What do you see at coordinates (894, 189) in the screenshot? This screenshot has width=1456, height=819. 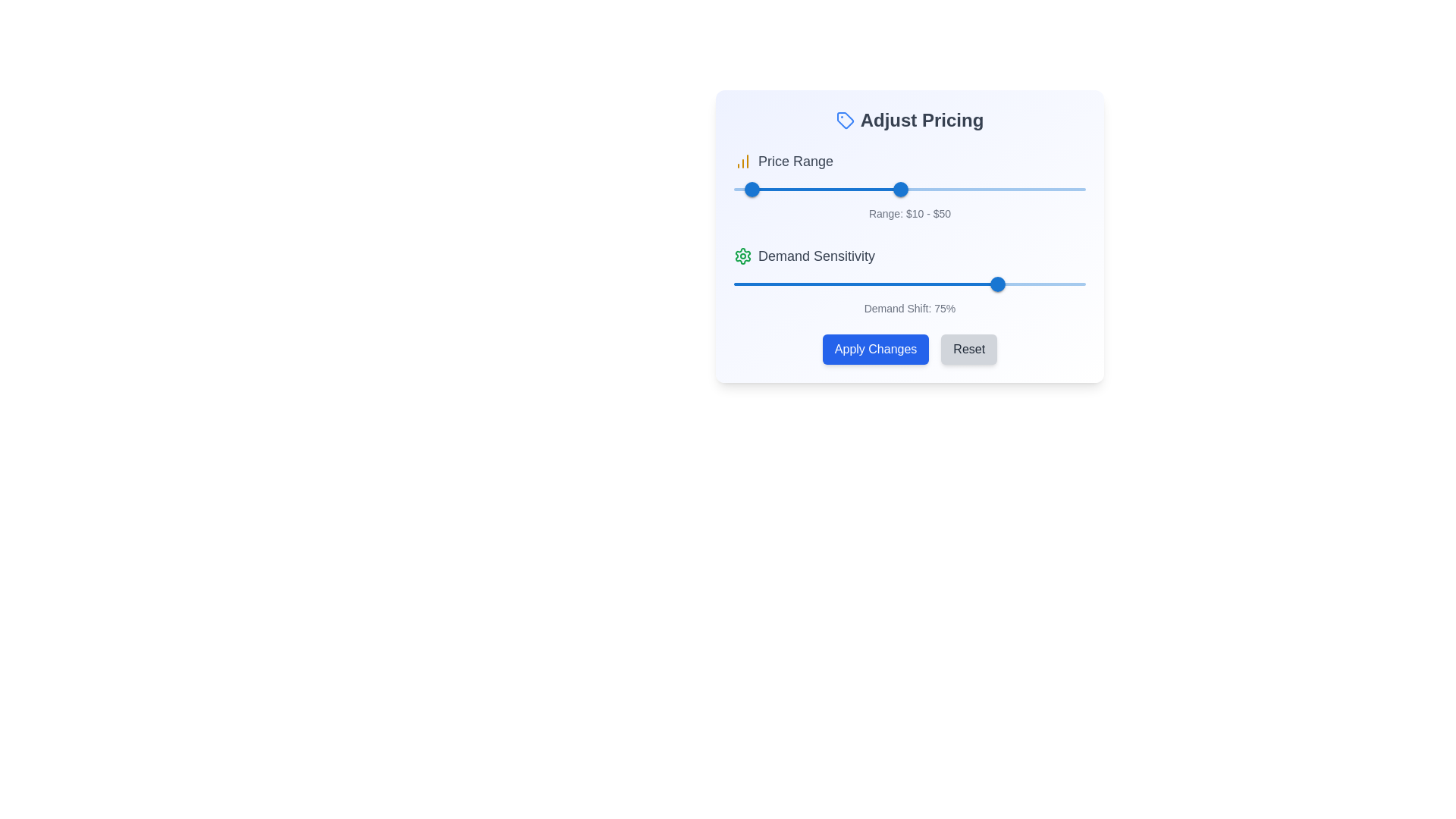 I see `the price range slider` at bounding box center [894, 189].